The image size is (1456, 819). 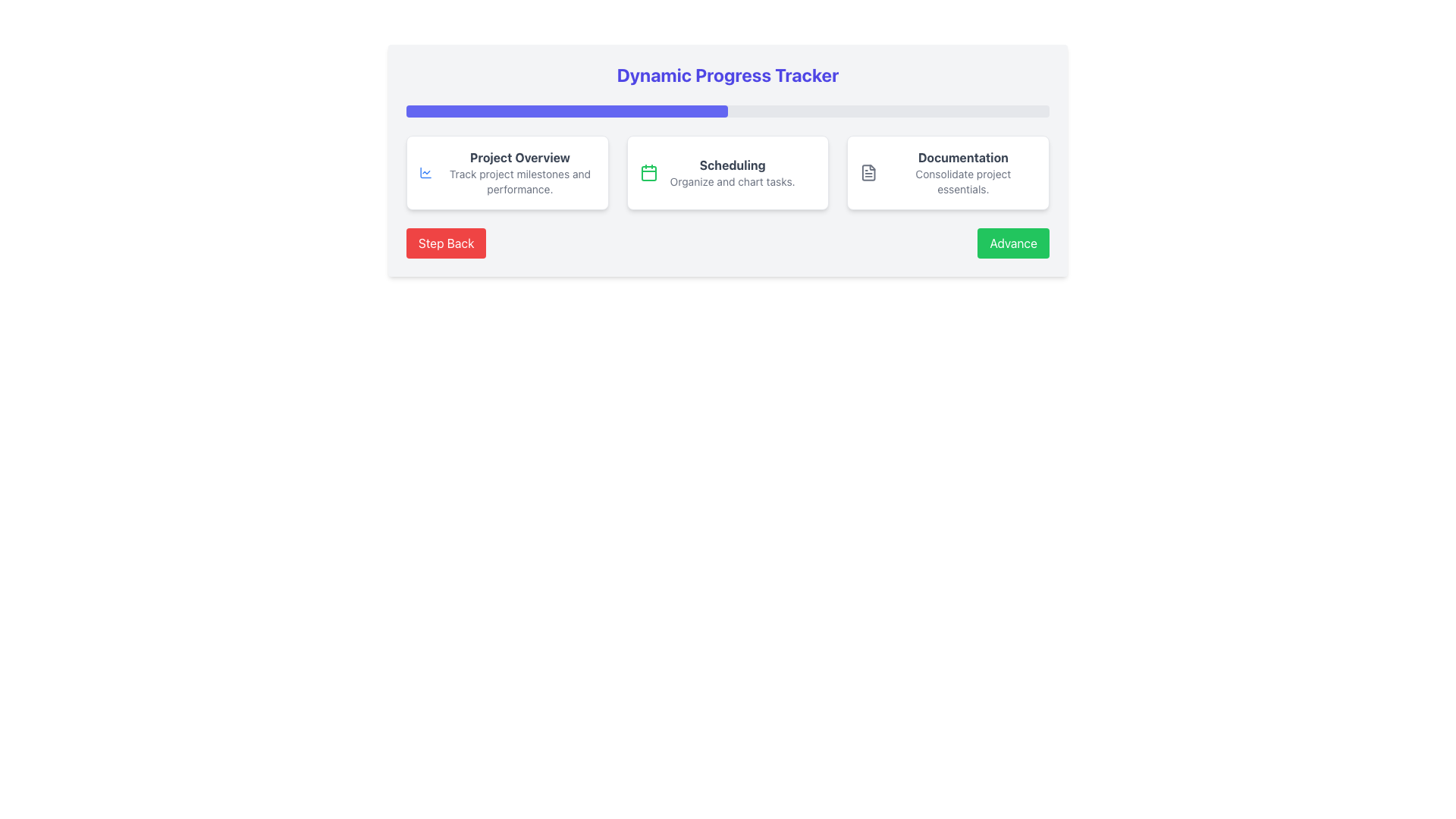 I want to click on the textual description block within the middle card of the three horizontally aligned cards in the 'Dynamic Progress Tracker' section, which provides information about the scheduling feature, so click(x=733, y=171).